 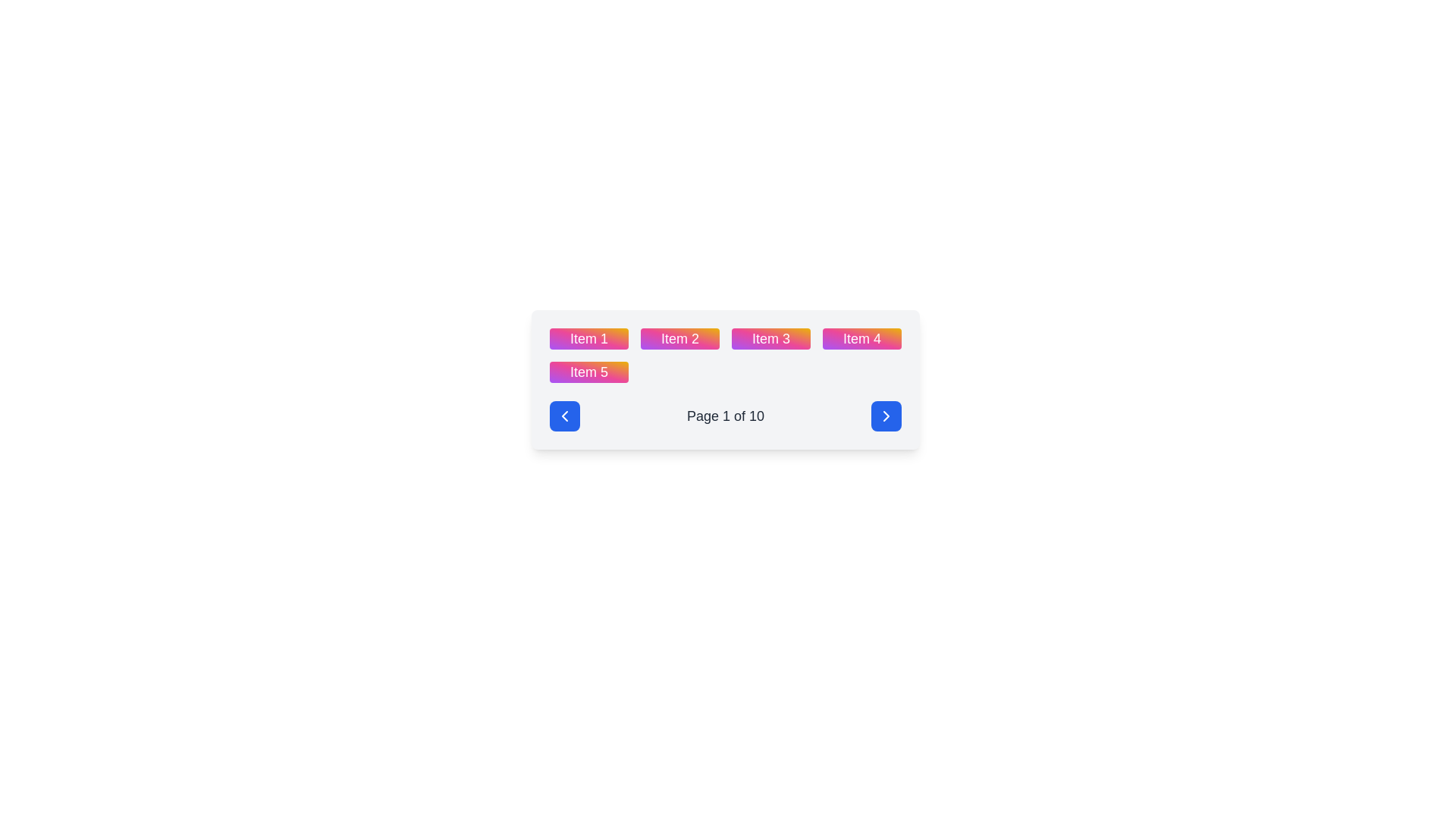 What do you see at coordinates (862, 338) in the screenshot?
I see `the fourth item` at bounding box center [862, 338].